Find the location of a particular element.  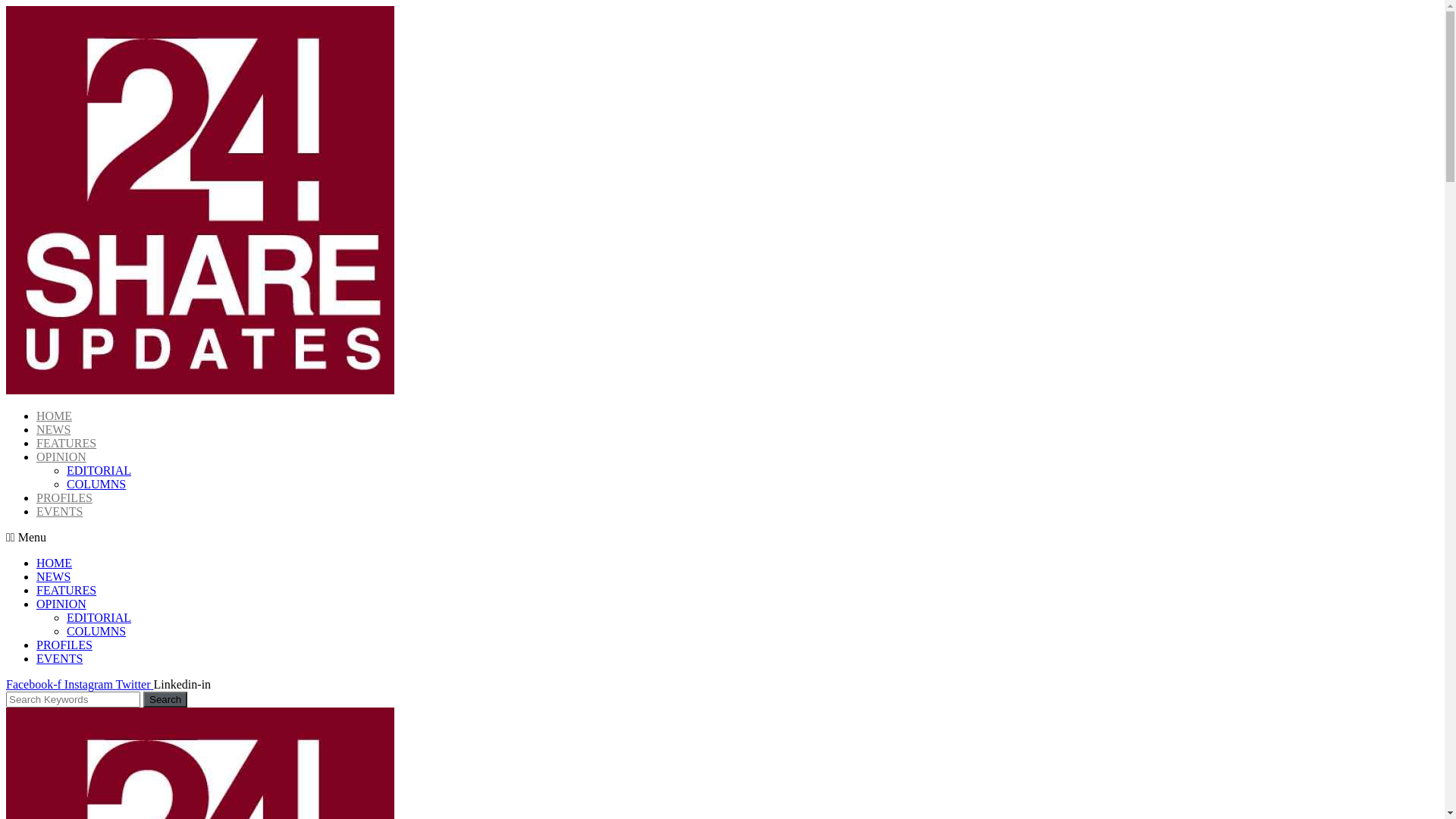

'OPINION' is located at coordinates (36, 603).